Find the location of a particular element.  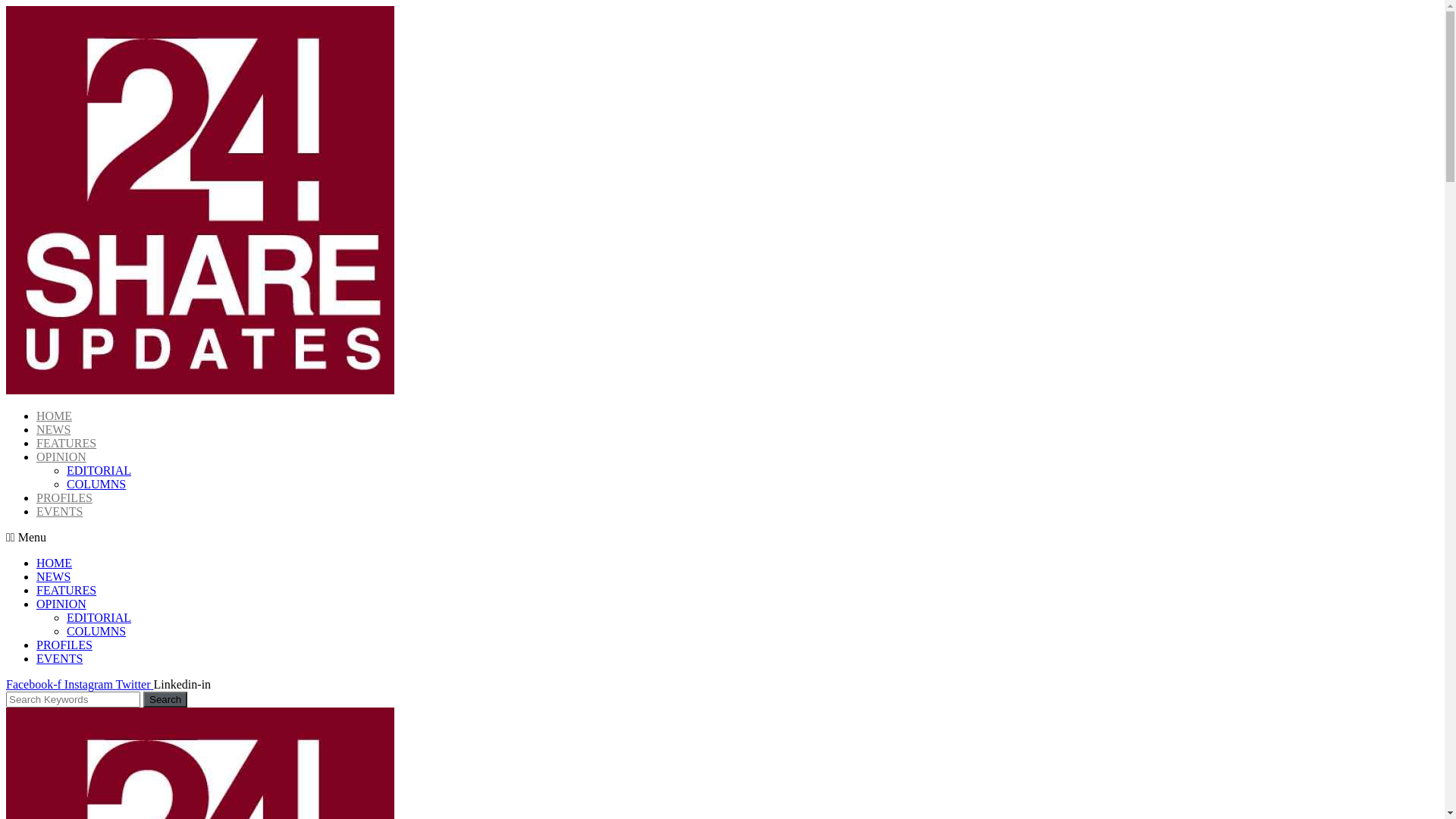

'OPINION' is located at coordinates (36, 603).